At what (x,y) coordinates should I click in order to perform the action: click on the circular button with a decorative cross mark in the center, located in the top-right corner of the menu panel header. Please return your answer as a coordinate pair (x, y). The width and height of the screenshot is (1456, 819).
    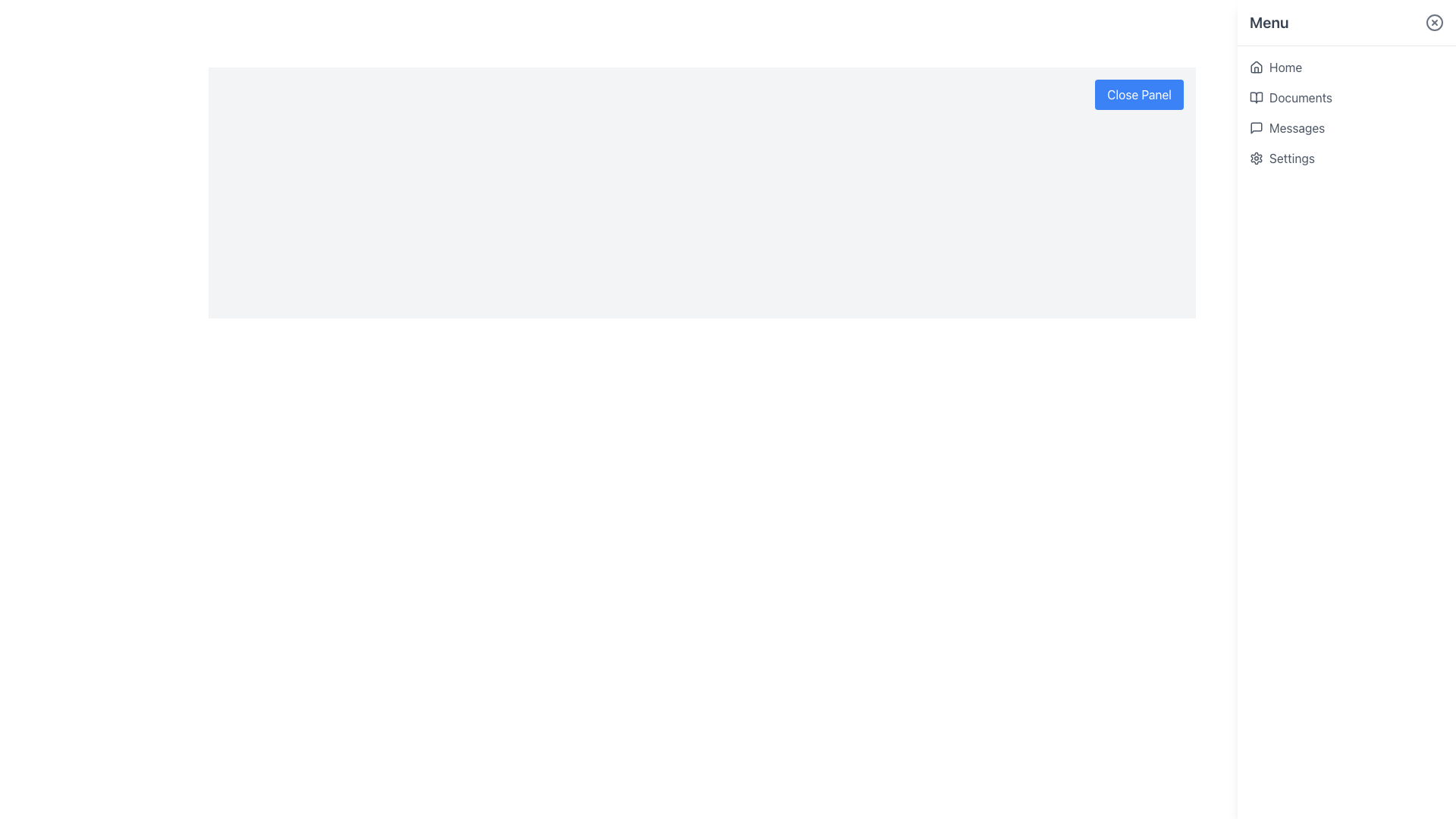
    Looking at the image, I should click on (1433, 23).